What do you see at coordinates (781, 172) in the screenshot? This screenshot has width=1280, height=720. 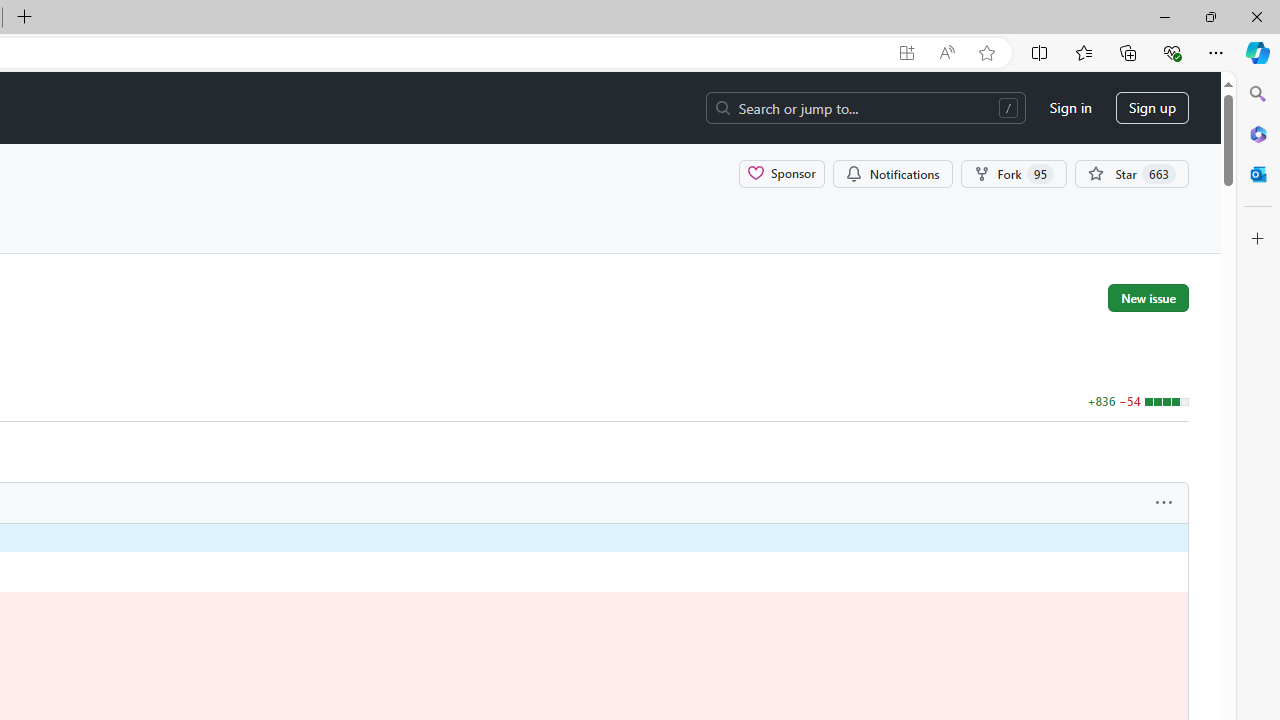 I see `'Sponsor MajkiIT/polish-ads-filter'` at bounding box center [781, 172].